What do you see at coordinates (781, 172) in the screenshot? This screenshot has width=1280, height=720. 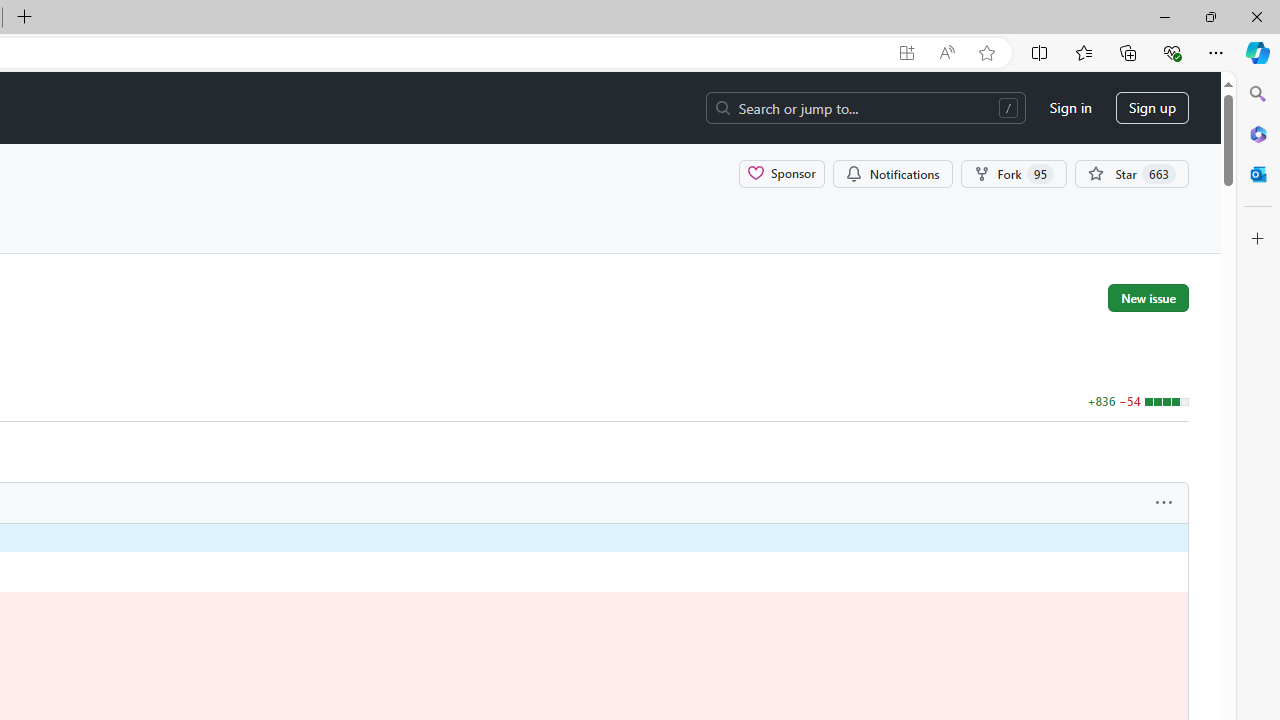 I see `'Sponsor MajkiIT/polish-ads-filter'` at bounding box center [781, 172].